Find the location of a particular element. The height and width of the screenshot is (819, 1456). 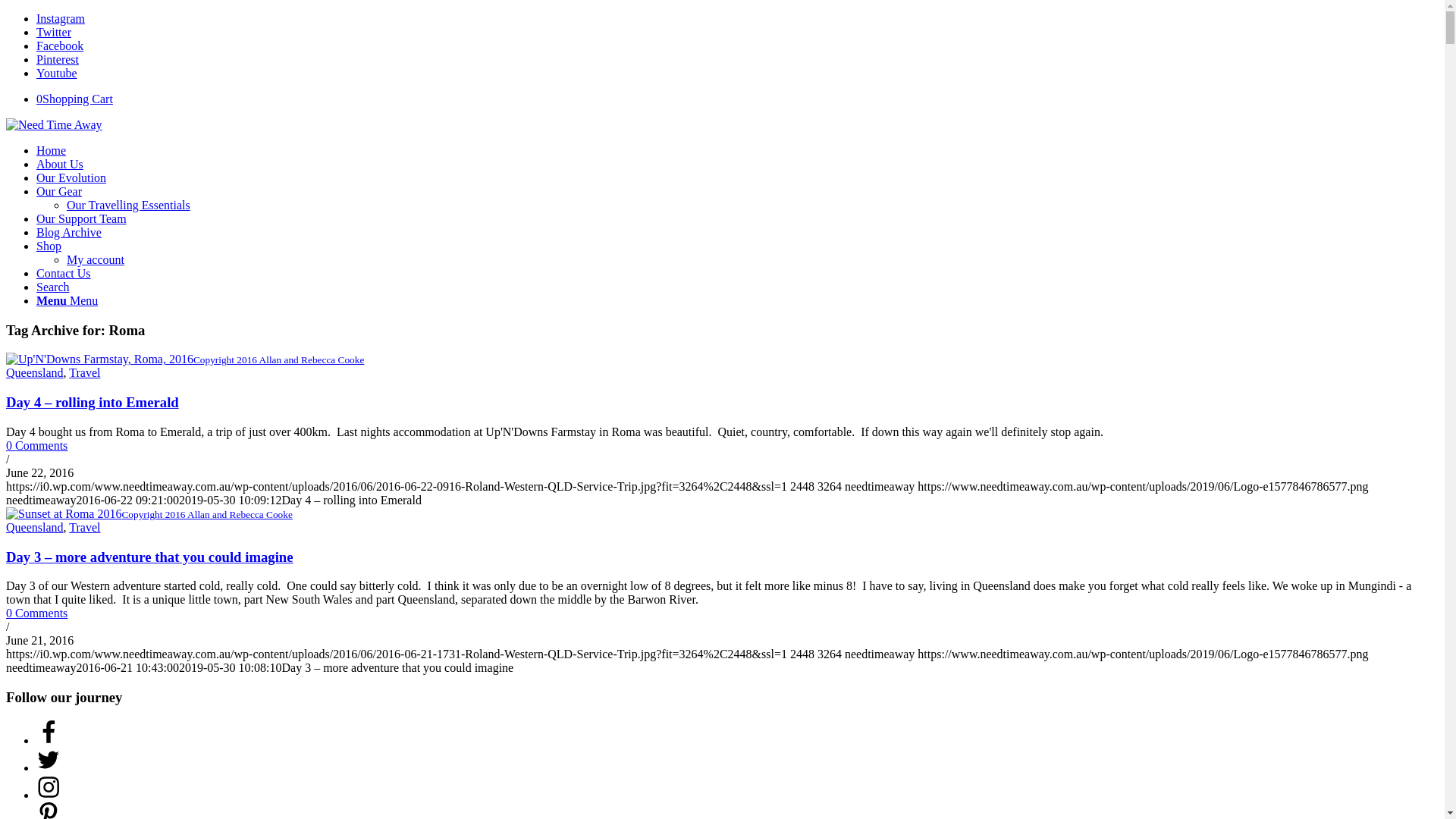

'Contact Us' is located at coordinates (62, 273).